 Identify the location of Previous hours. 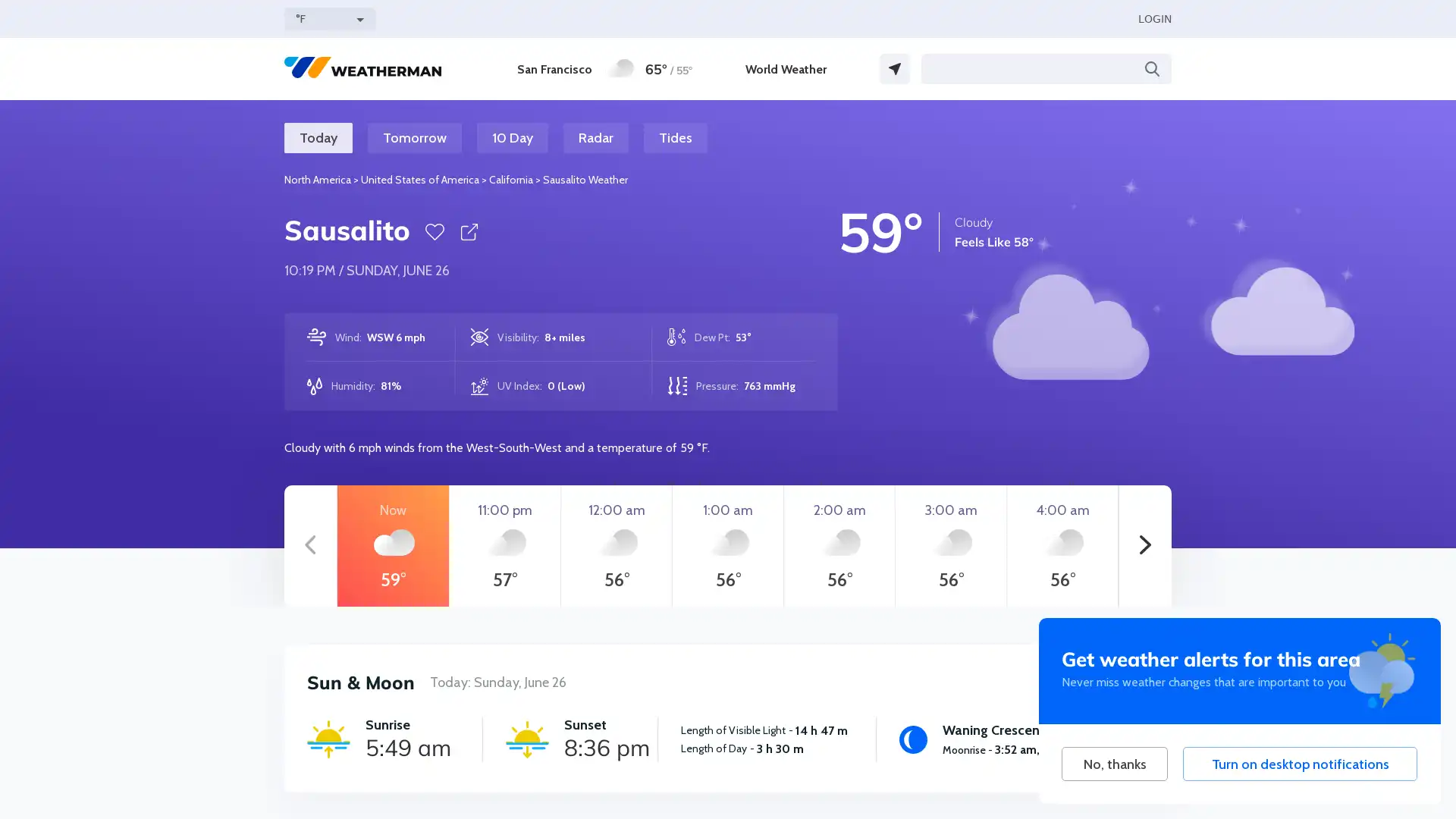
(309, 546).